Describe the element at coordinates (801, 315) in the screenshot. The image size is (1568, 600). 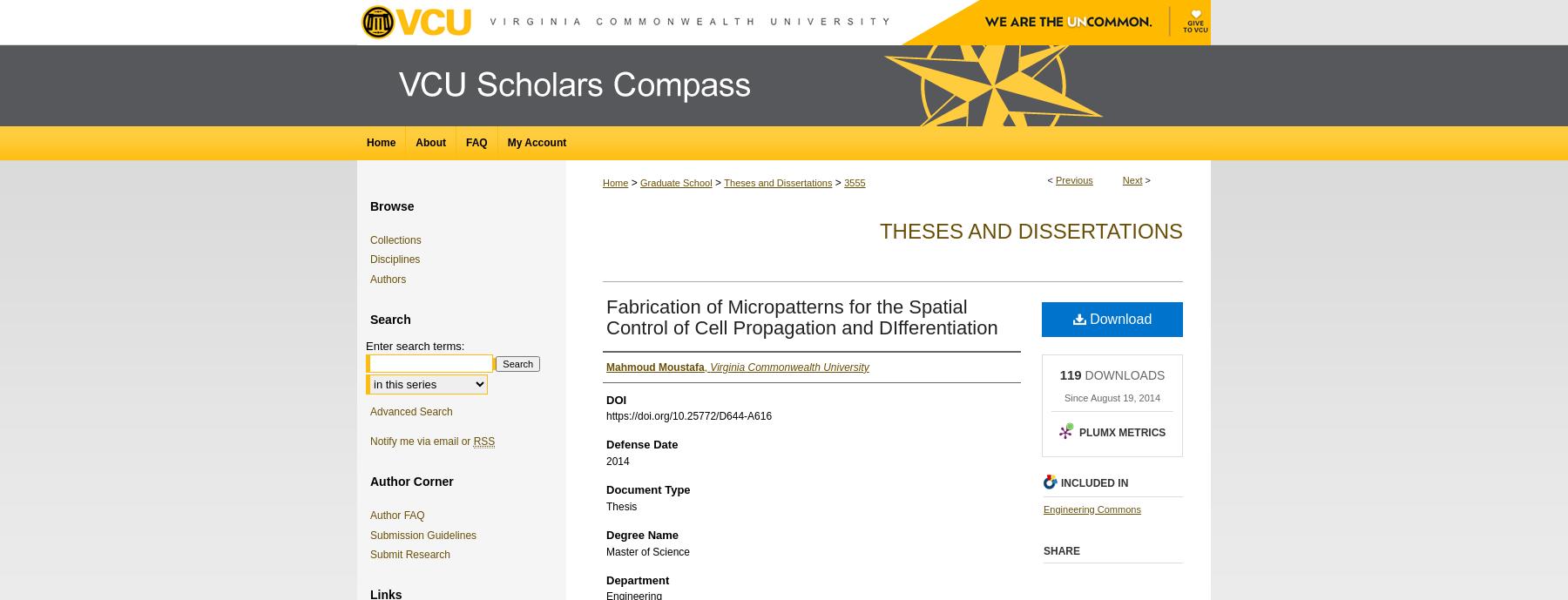
I see `'Fabrication of Micropatterns for the Spatial Control of Cell Propagation and DIfferentiation'` at that location.